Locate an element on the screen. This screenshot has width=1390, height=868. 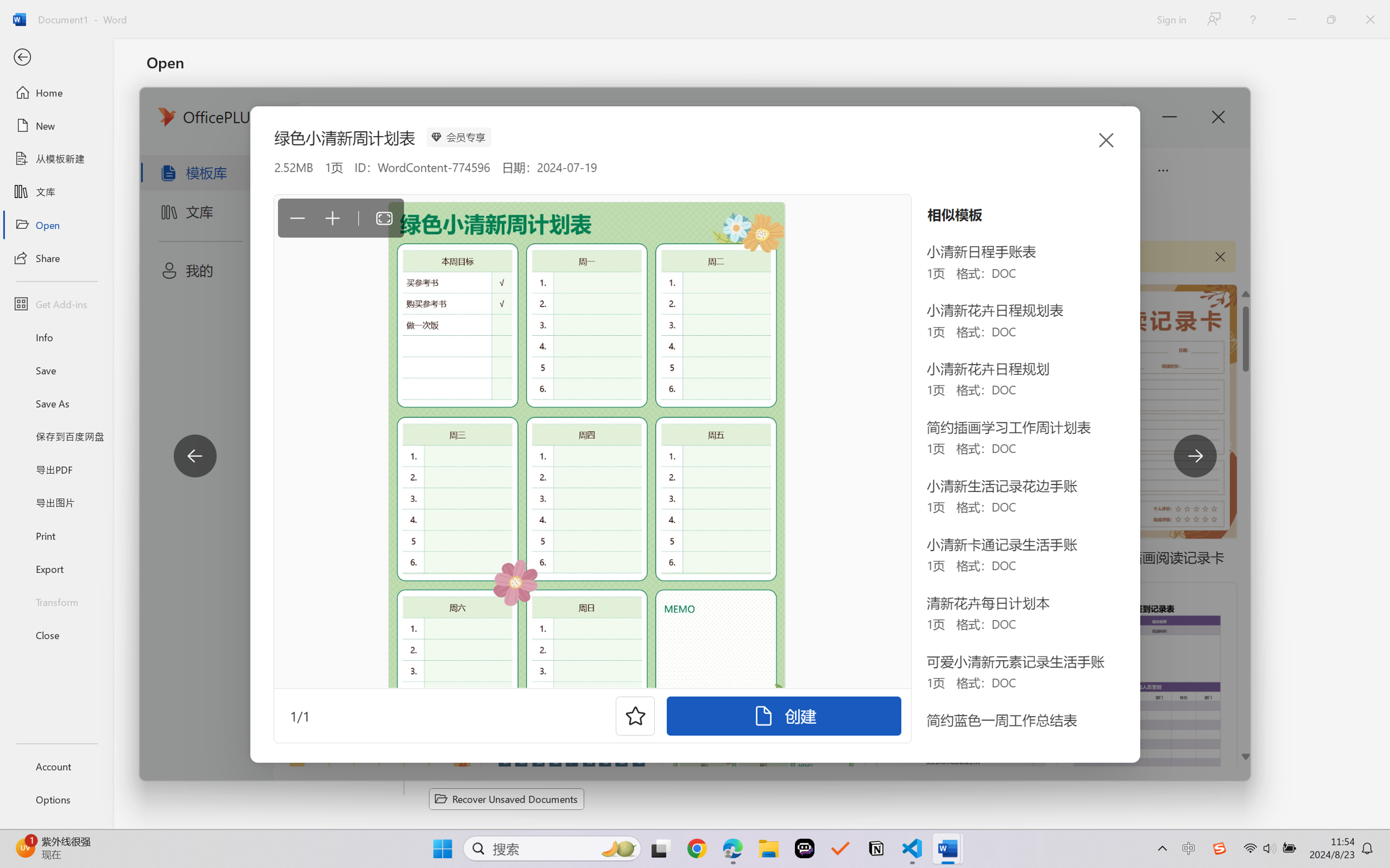
'Export' is located at coordinates (56, 568).